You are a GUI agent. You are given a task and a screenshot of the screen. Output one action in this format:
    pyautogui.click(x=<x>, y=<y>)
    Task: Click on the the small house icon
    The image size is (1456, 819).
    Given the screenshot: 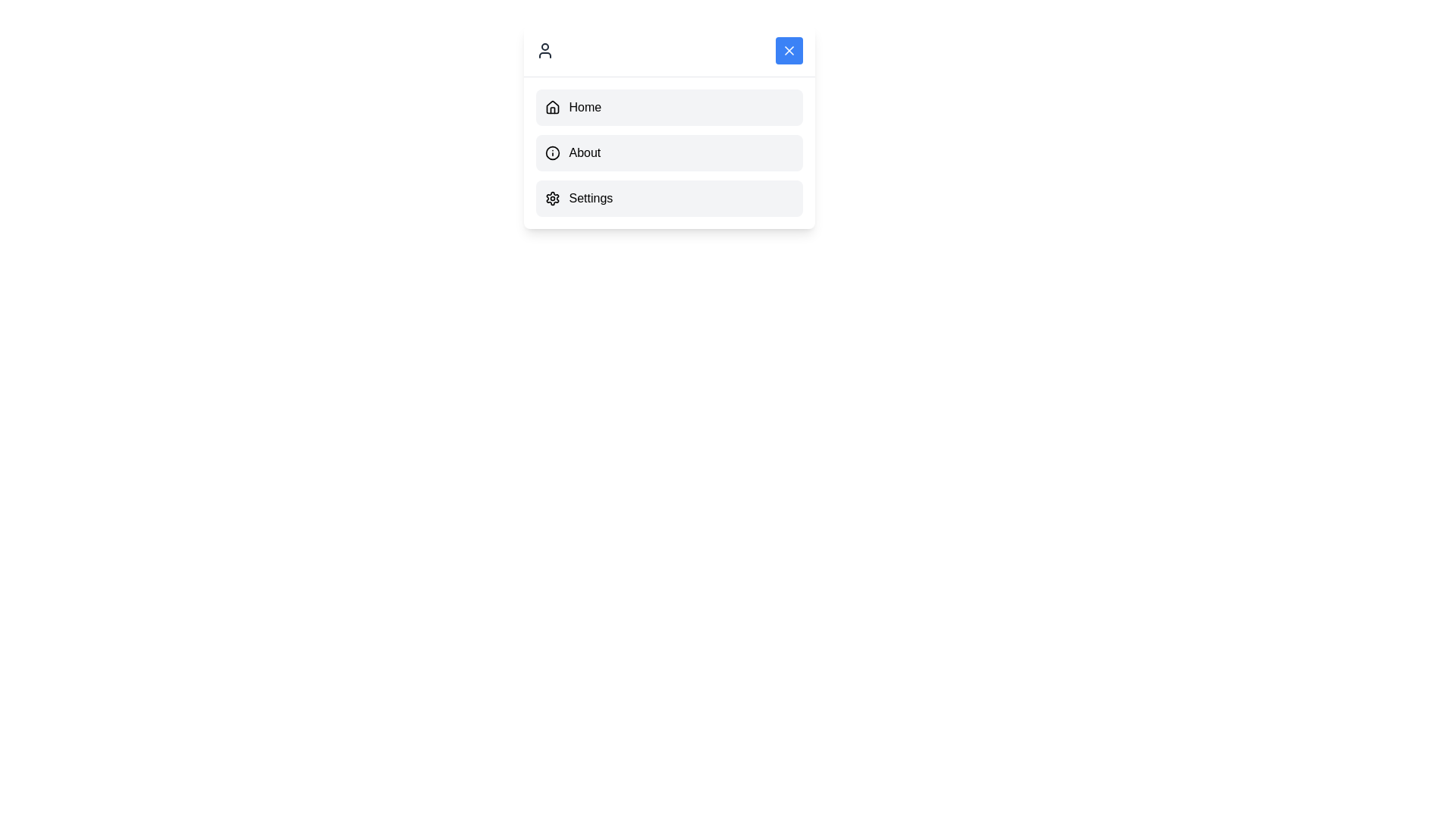 What is the action you would take?
    pyautogui.click(x=551, y=107)
    